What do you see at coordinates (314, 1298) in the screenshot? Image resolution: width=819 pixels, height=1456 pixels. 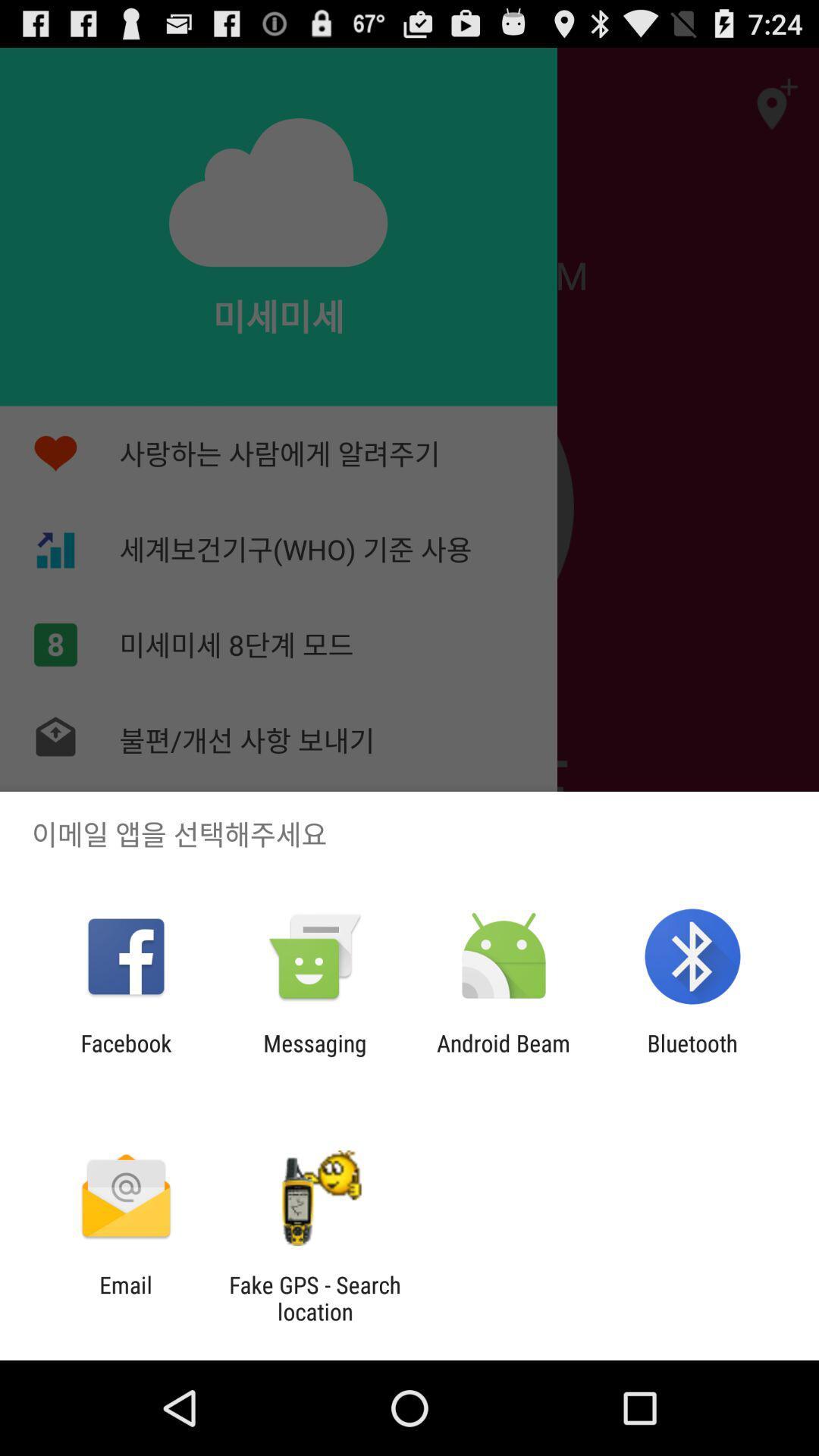 I see `the item next to the email` at bounding box center [314, 1298].